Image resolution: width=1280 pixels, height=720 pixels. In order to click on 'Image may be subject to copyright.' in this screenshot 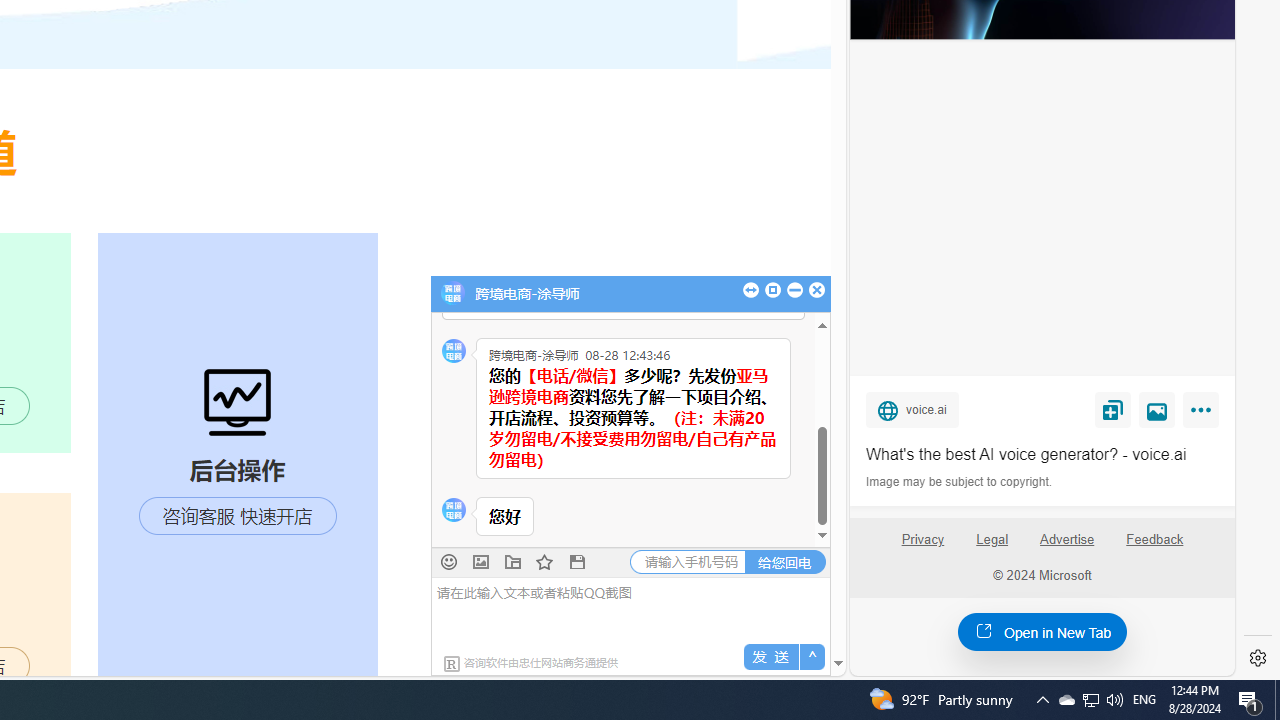, I will do `click(960, 482)`.